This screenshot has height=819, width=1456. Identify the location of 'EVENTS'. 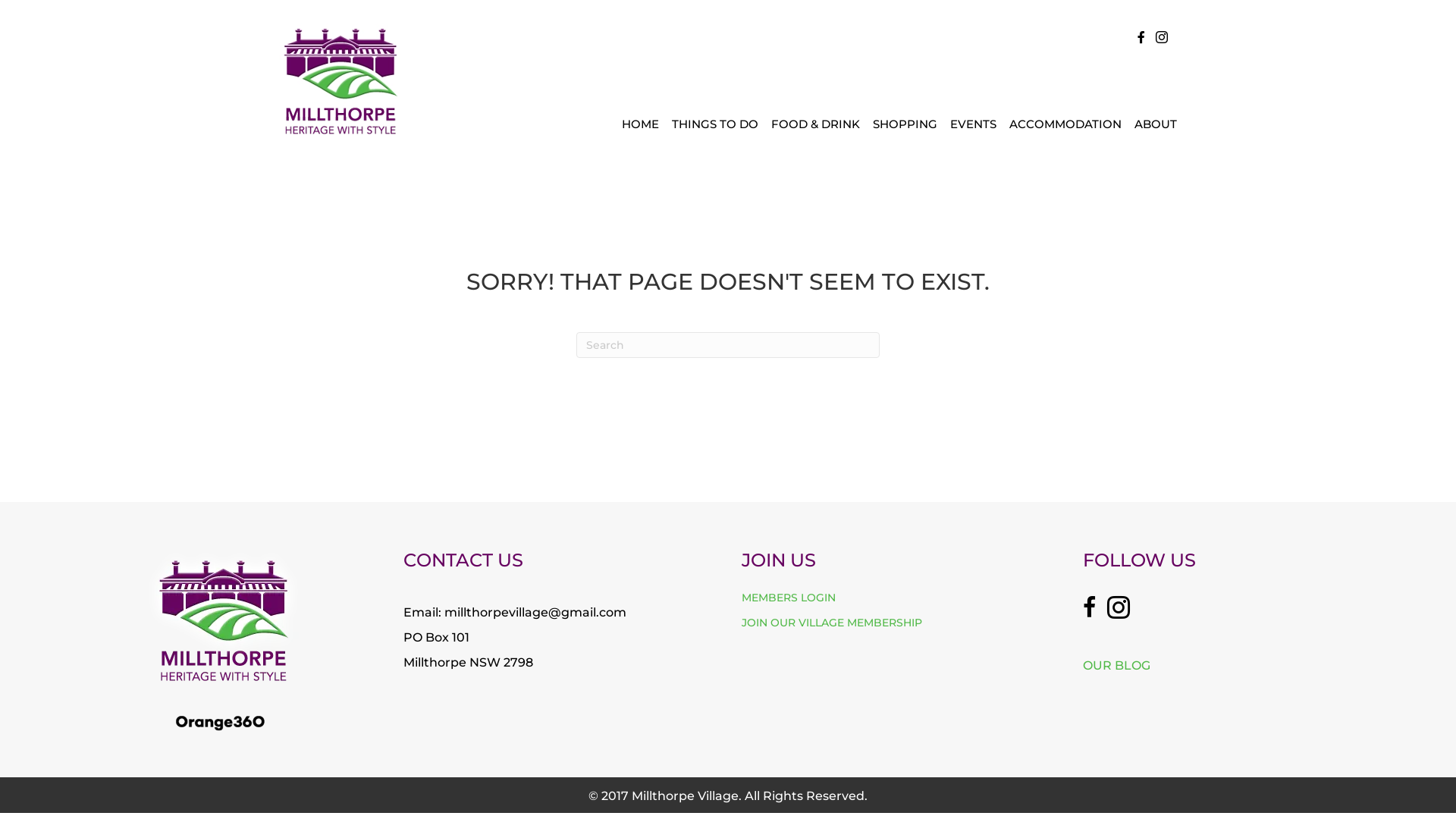
(973, 123).